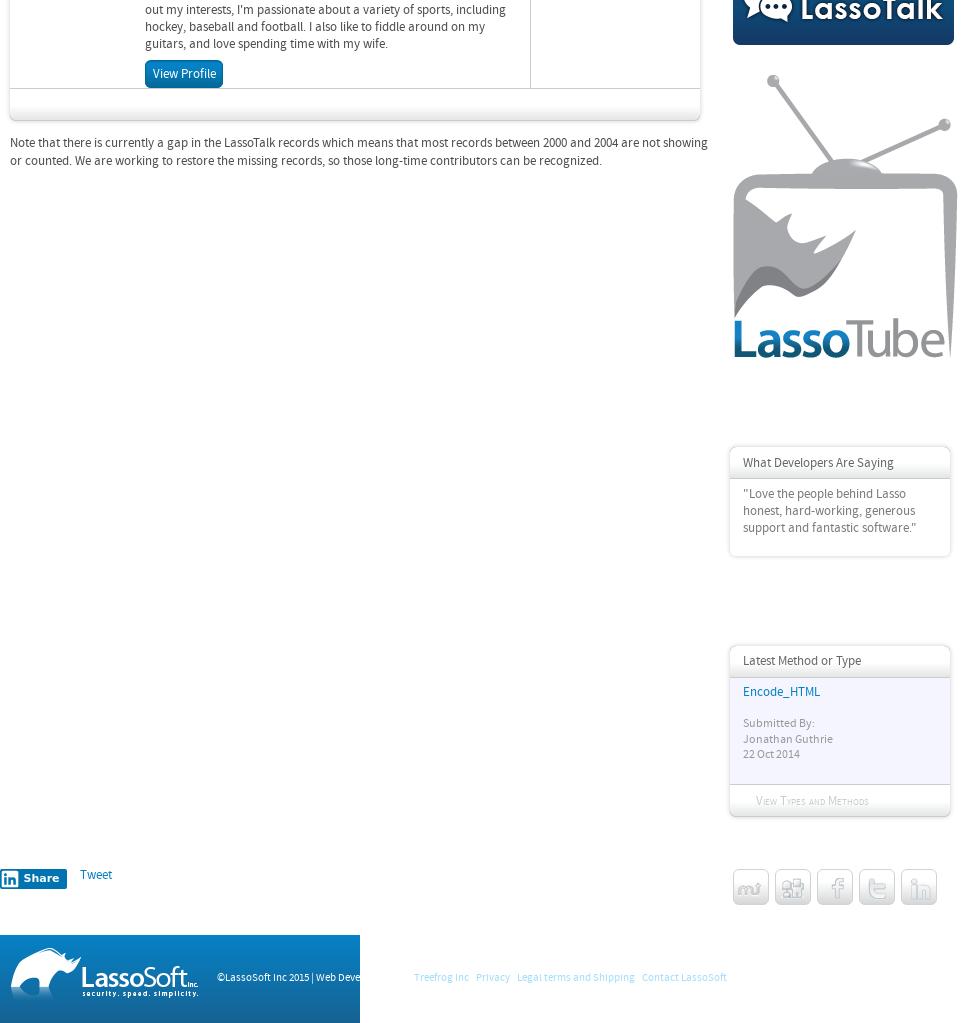  I want to click on 'Submitted By:', so click(779, 723).